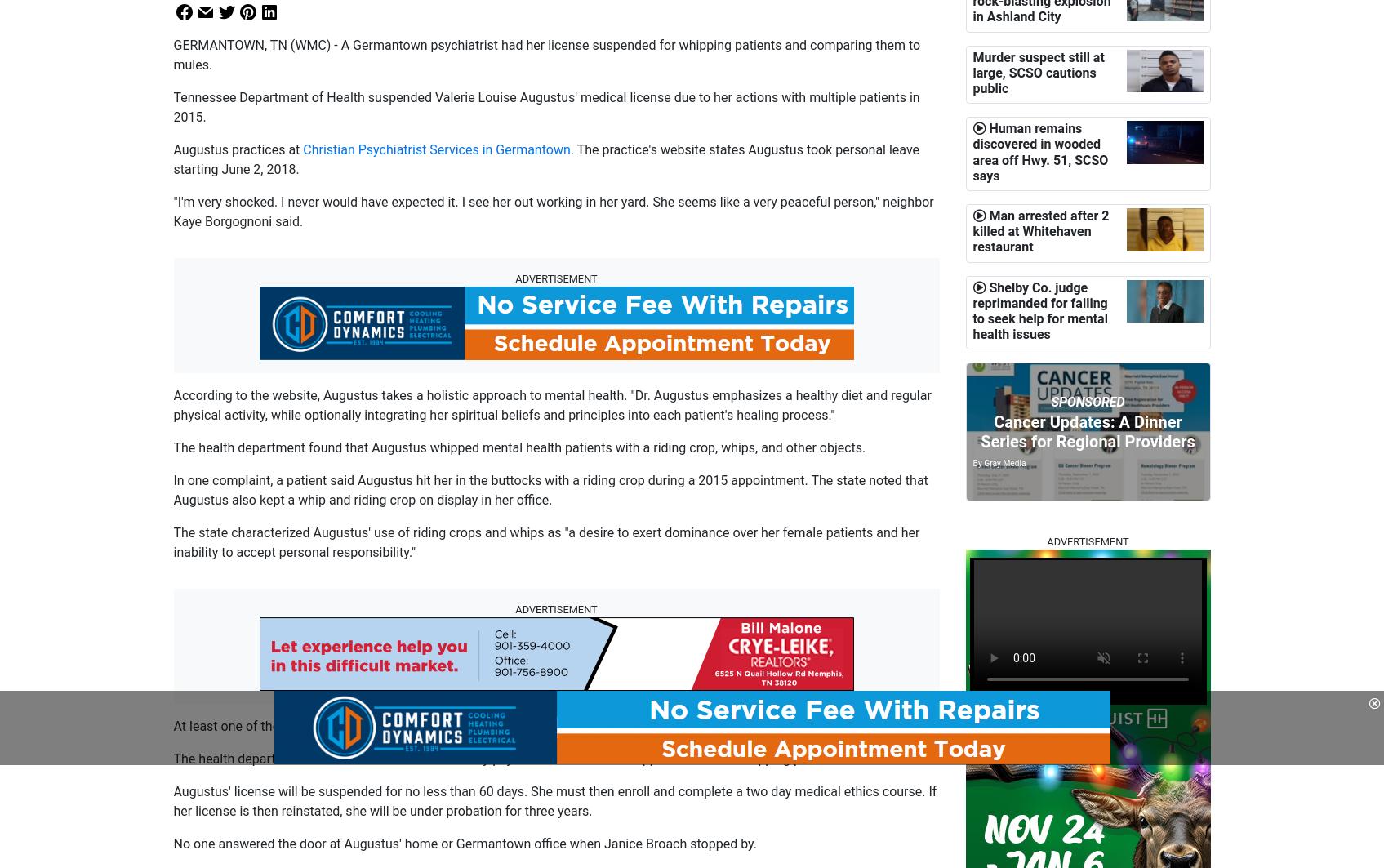 The width and height of the screenshot is (1384, 868). Describe the element at coordinates (554, 800) in the screenshot. I see `'Augustus' license will be suspended for no less than 60 days. She must then enroll and complete a two day medical ethics course. If her license is then reinstated, she will be under probation for three years.'` at that location.